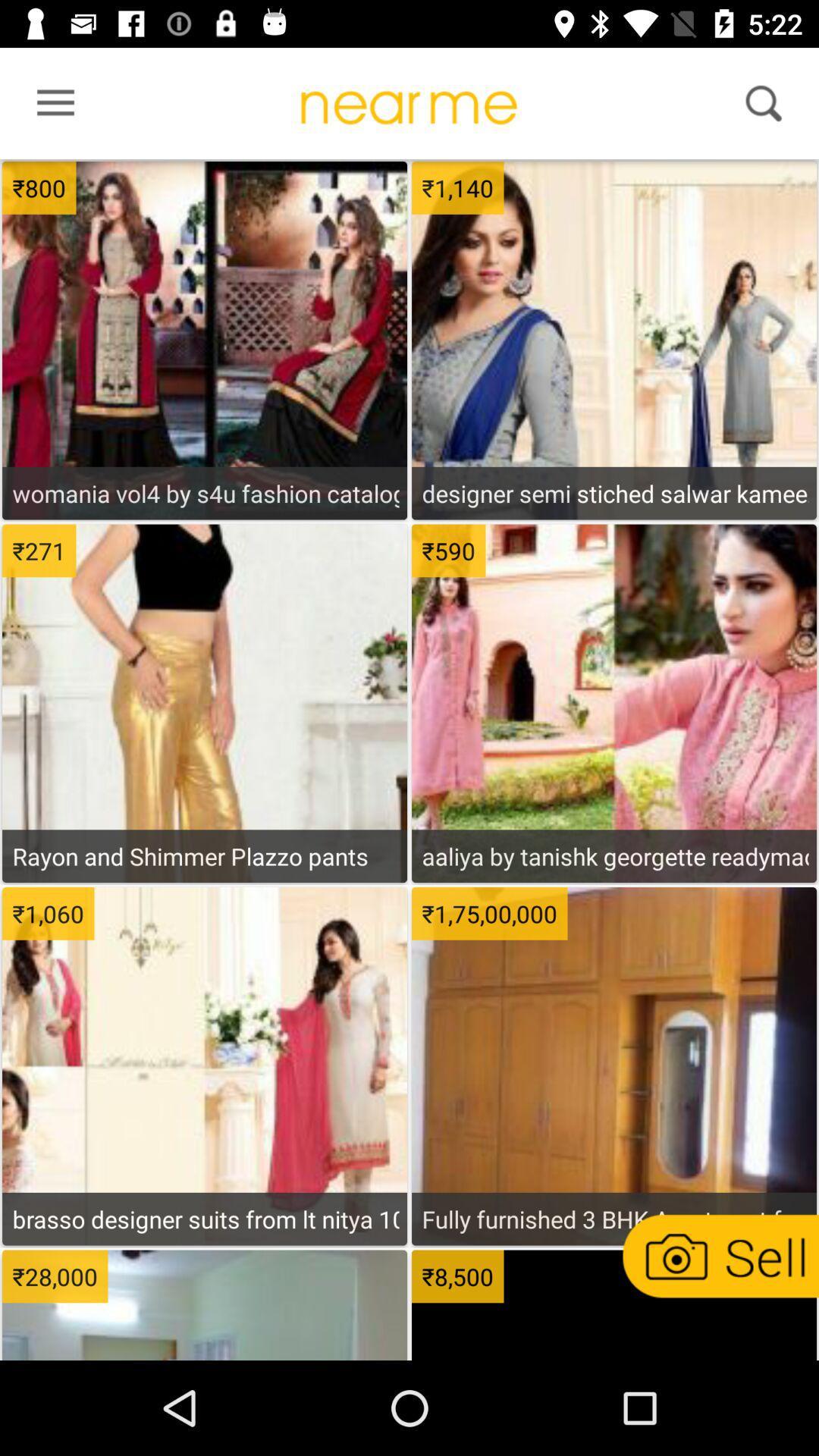 The image size is (819, 1456). I want to click on the womania vol4 by icon, so click(205, 493).